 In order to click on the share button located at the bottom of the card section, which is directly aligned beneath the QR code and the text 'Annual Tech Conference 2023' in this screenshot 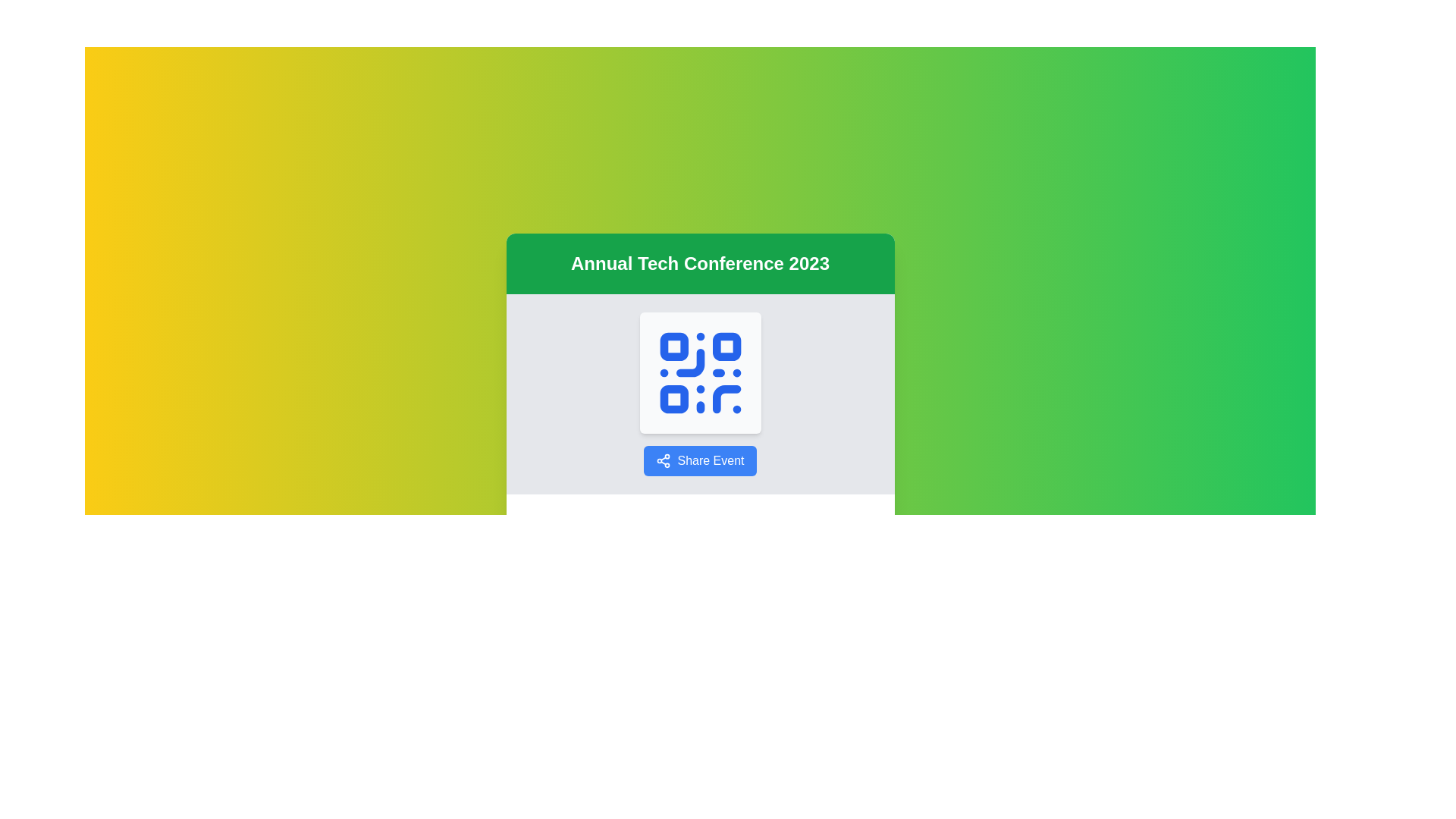, I will do `click(699, 460)`.